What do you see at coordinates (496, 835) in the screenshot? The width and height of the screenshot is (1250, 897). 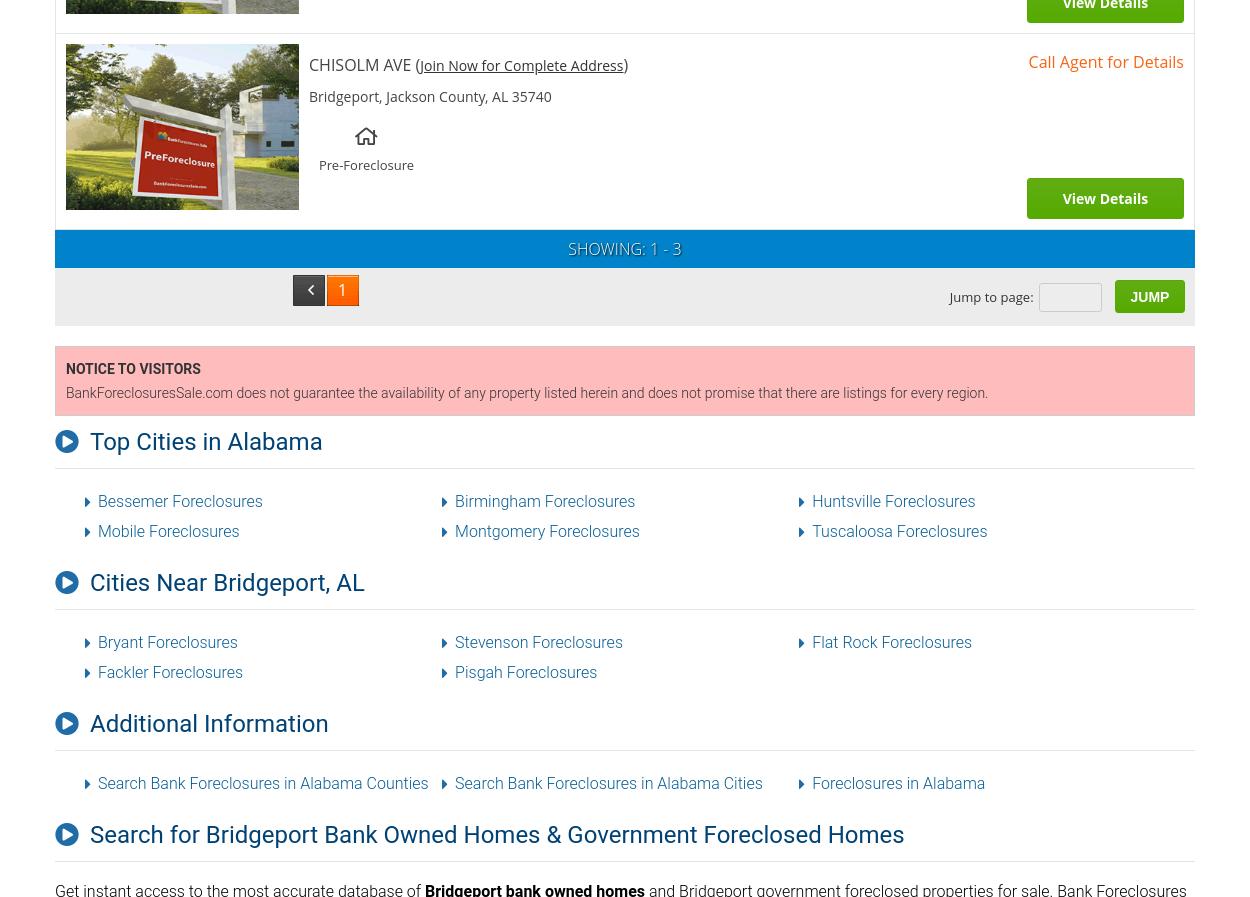 I see `'Search for Bridgeport Bank Owned Homes & Government Foreclosed Homes'` at bounding box center [496, 835].